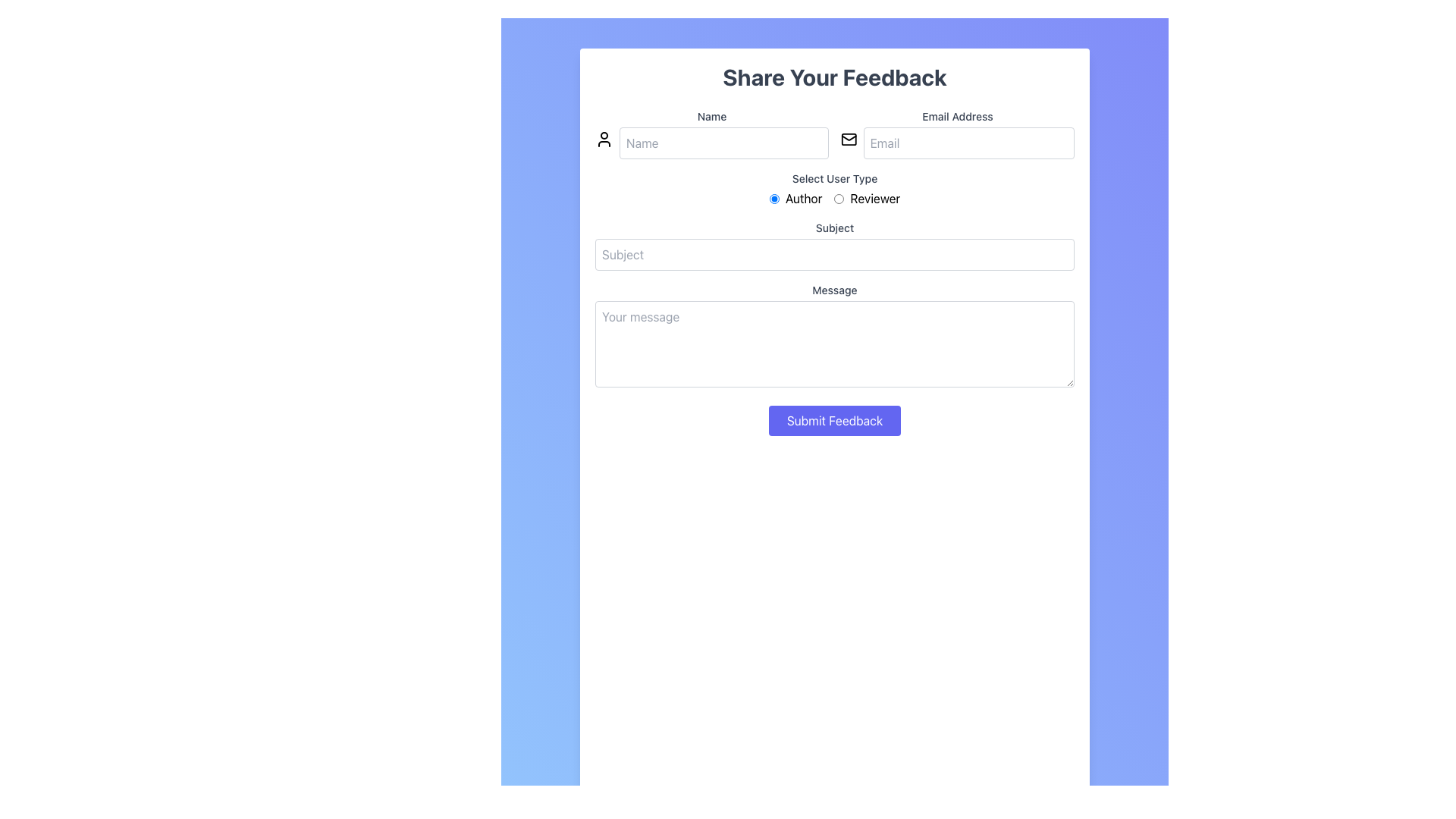 The height and width of the screenshot is (819, 1456). I want to click on the 'Author' radio button located in the 'Select User Type' section of the feedback form, so click(774, 198).